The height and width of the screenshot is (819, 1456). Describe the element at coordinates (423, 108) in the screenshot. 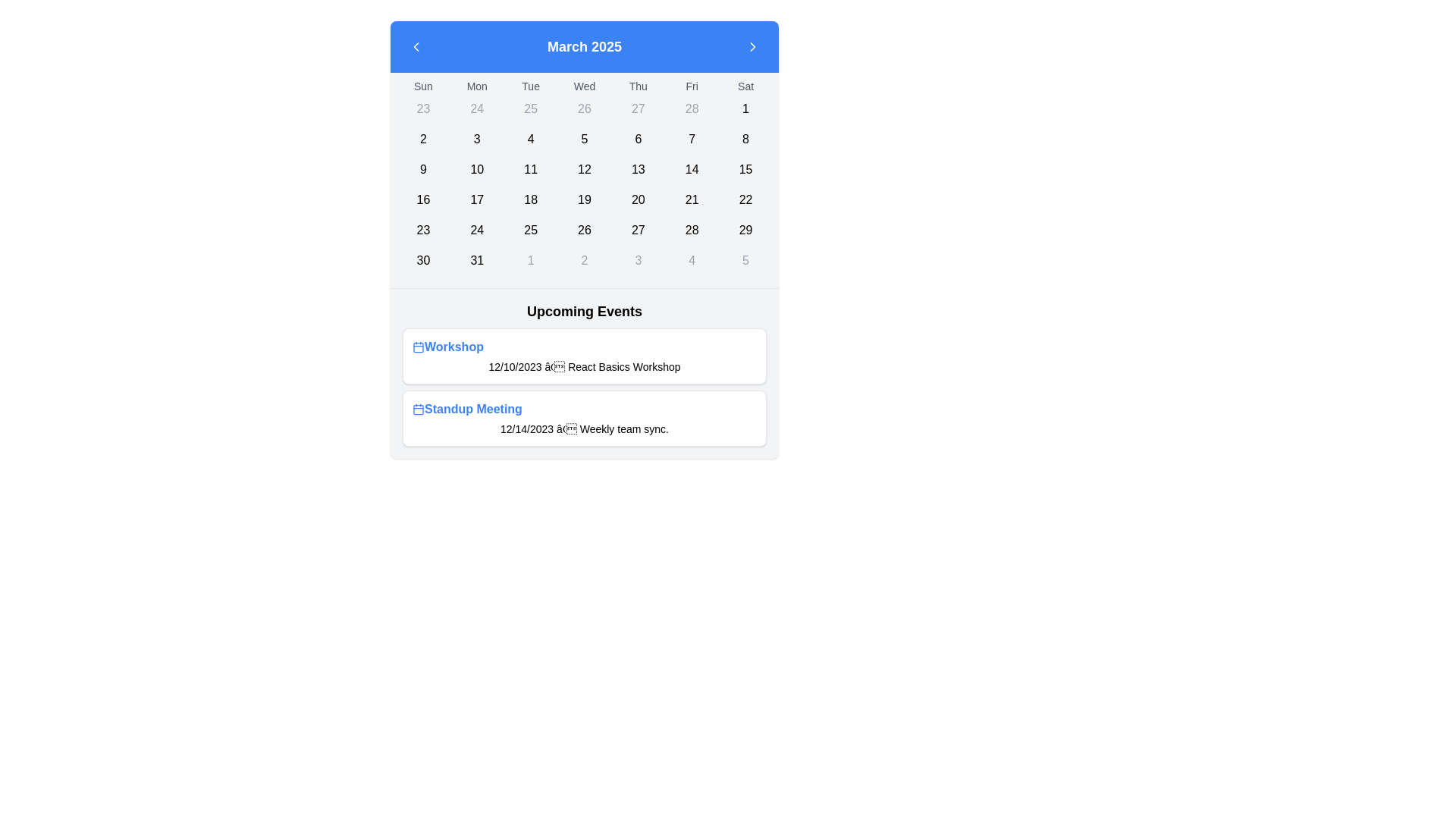

I see `the calendar day cell representing the 23rd of the month, located in the first column under 'Sun' in the second row of the monthly calendar view` at that location.